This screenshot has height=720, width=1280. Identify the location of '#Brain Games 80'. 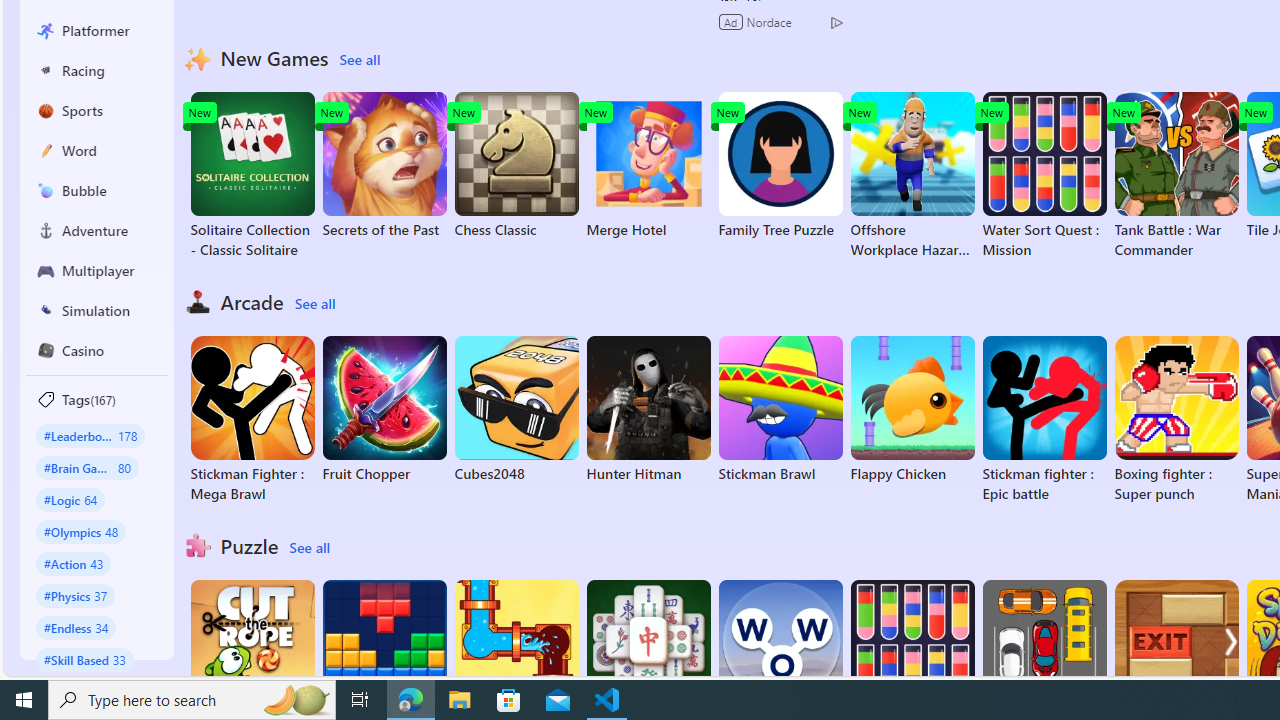
(86, 467).